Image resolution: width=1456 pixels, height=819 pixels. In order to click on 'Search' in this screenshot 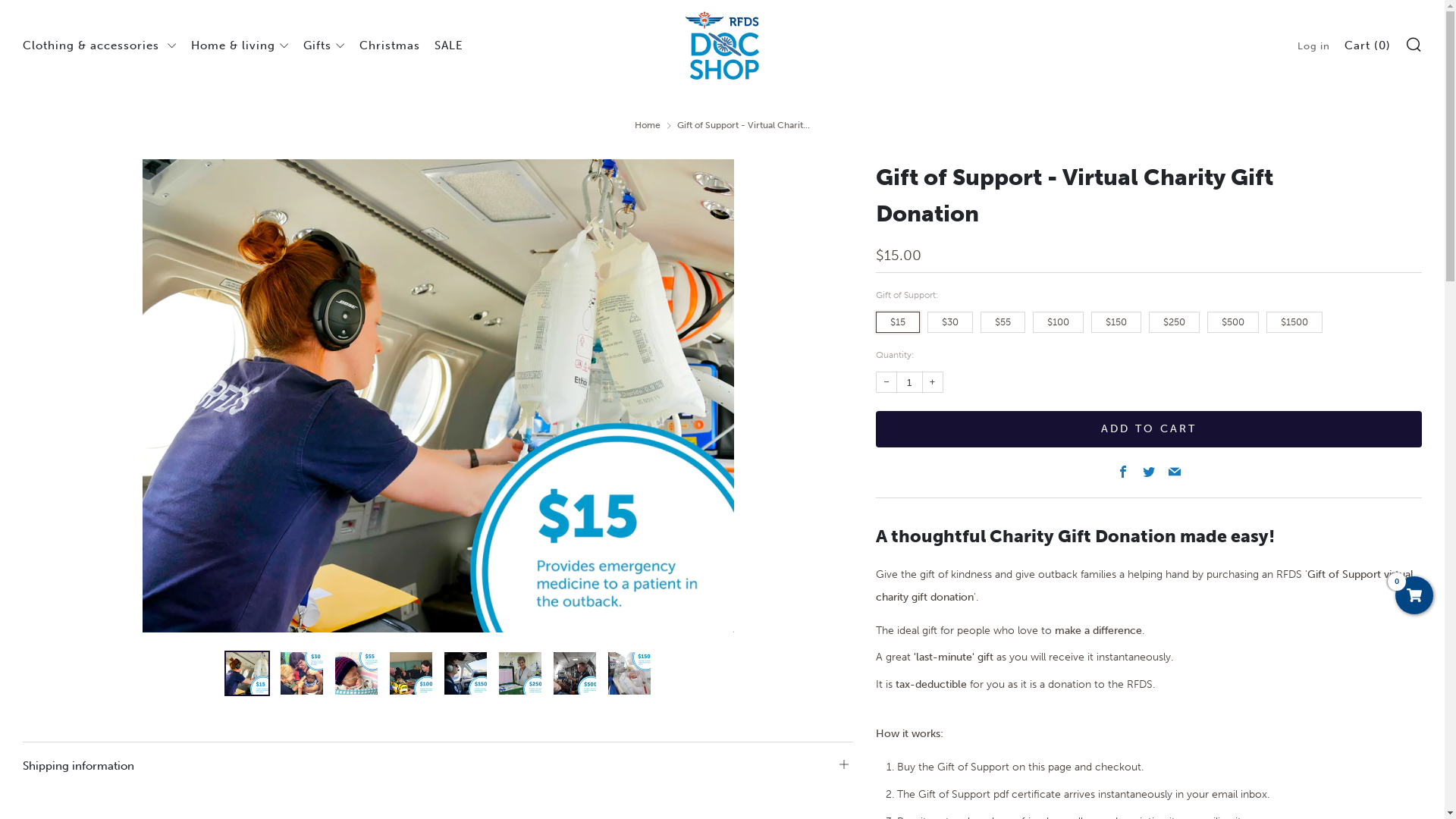, I will do `click(1412, 42)`.